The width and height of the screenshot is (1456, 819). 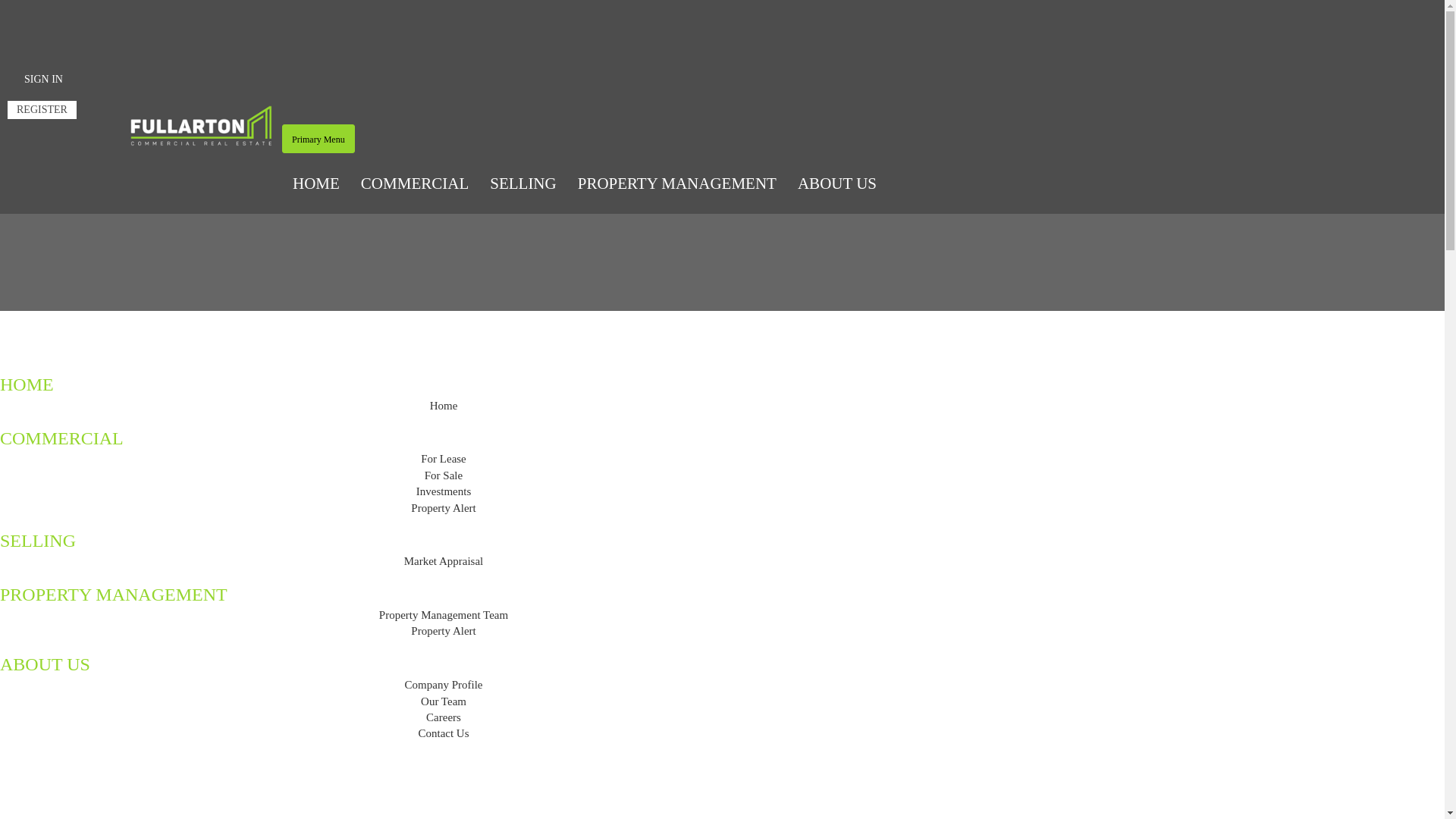 What do you see at coordinates (443, 561) in the screenshot?
I see `'Market Appraisal'` at bounding box center [443, 561].